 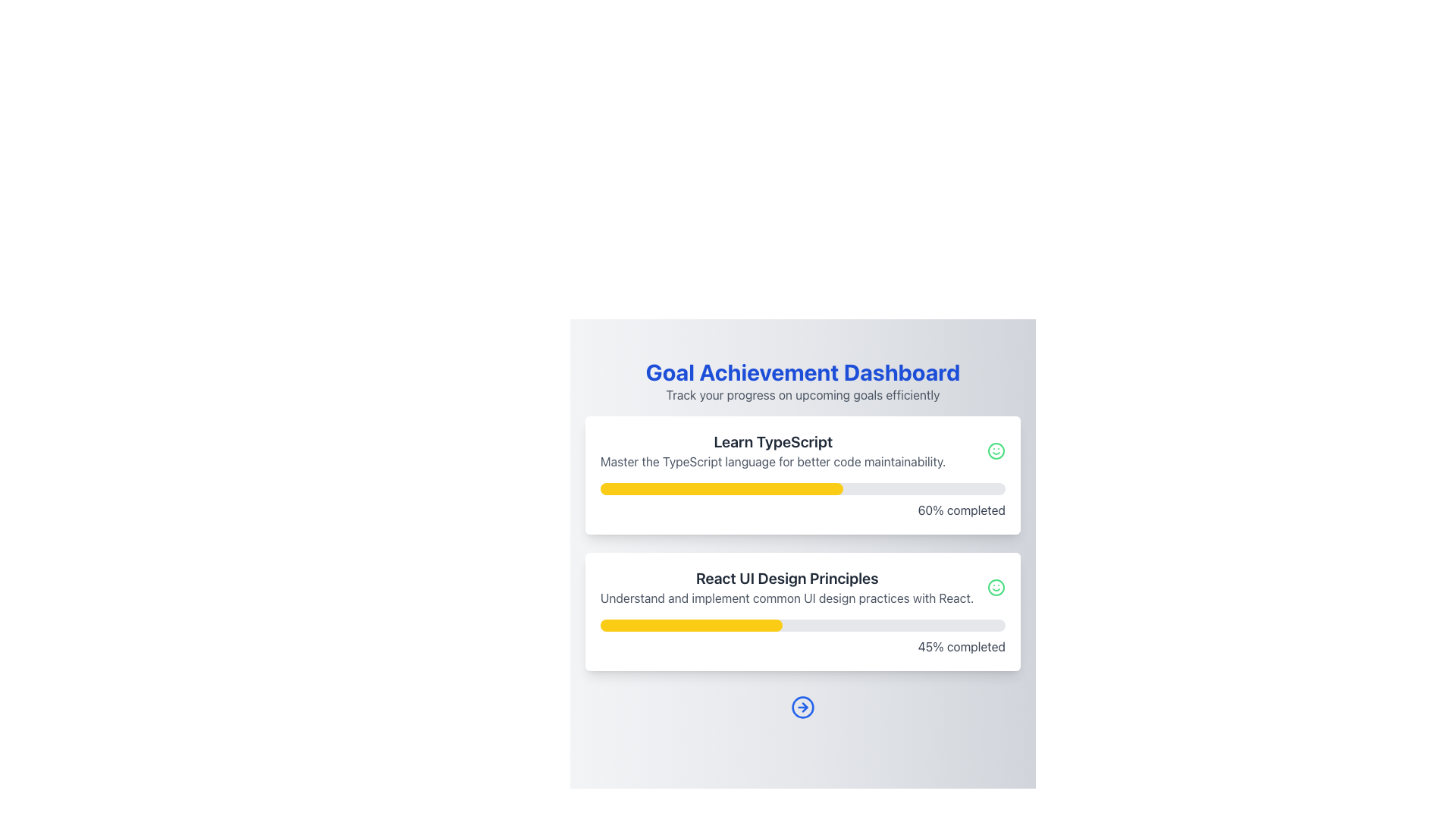 What do you see at coordinates (691, 626) in the screenshot?
I see `the yellow progress bar indicator that represents approximately 45% completion within the 'React UI Design Principles' progress bar in the 'Goal Achievement Dashboard'` at bounding box center [691, 626].